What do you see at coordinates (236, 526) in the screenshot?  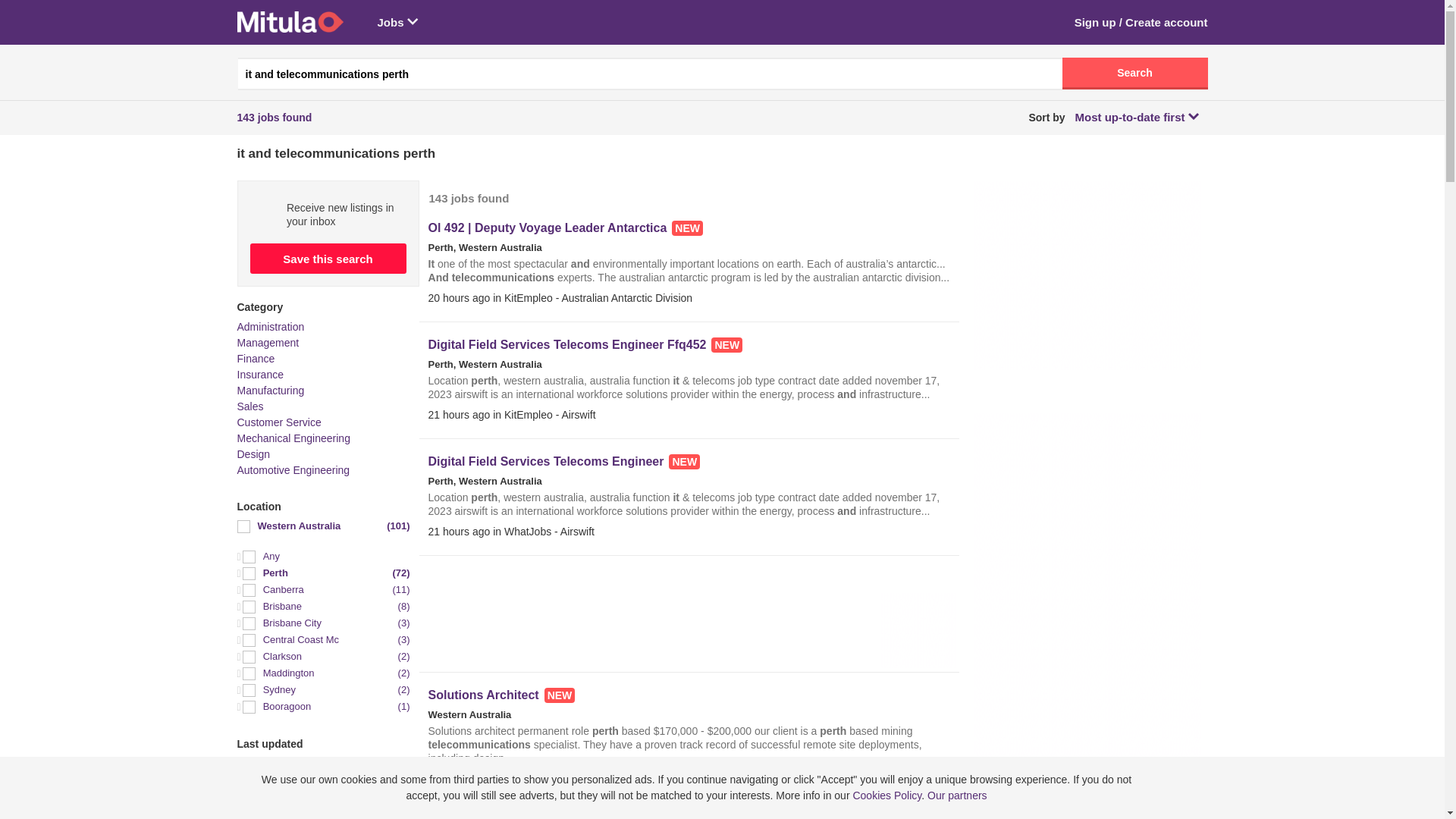 I see `'Western Australia` at bounding box center [236, 526].